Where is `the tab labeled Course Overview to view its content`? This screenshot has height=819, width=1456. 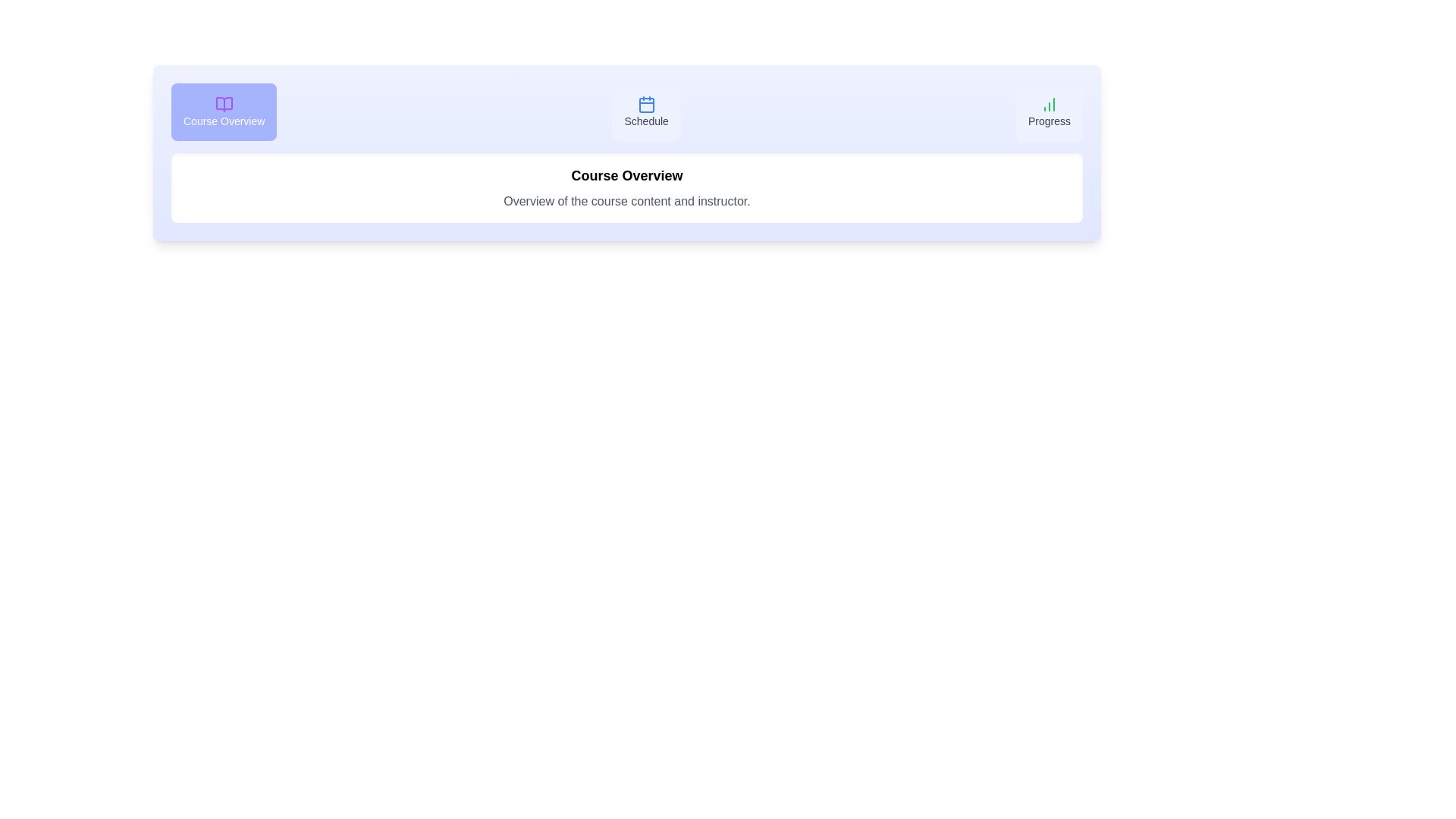
the tab labeled Course Overview to view its content is located at coordinates (223, 111).